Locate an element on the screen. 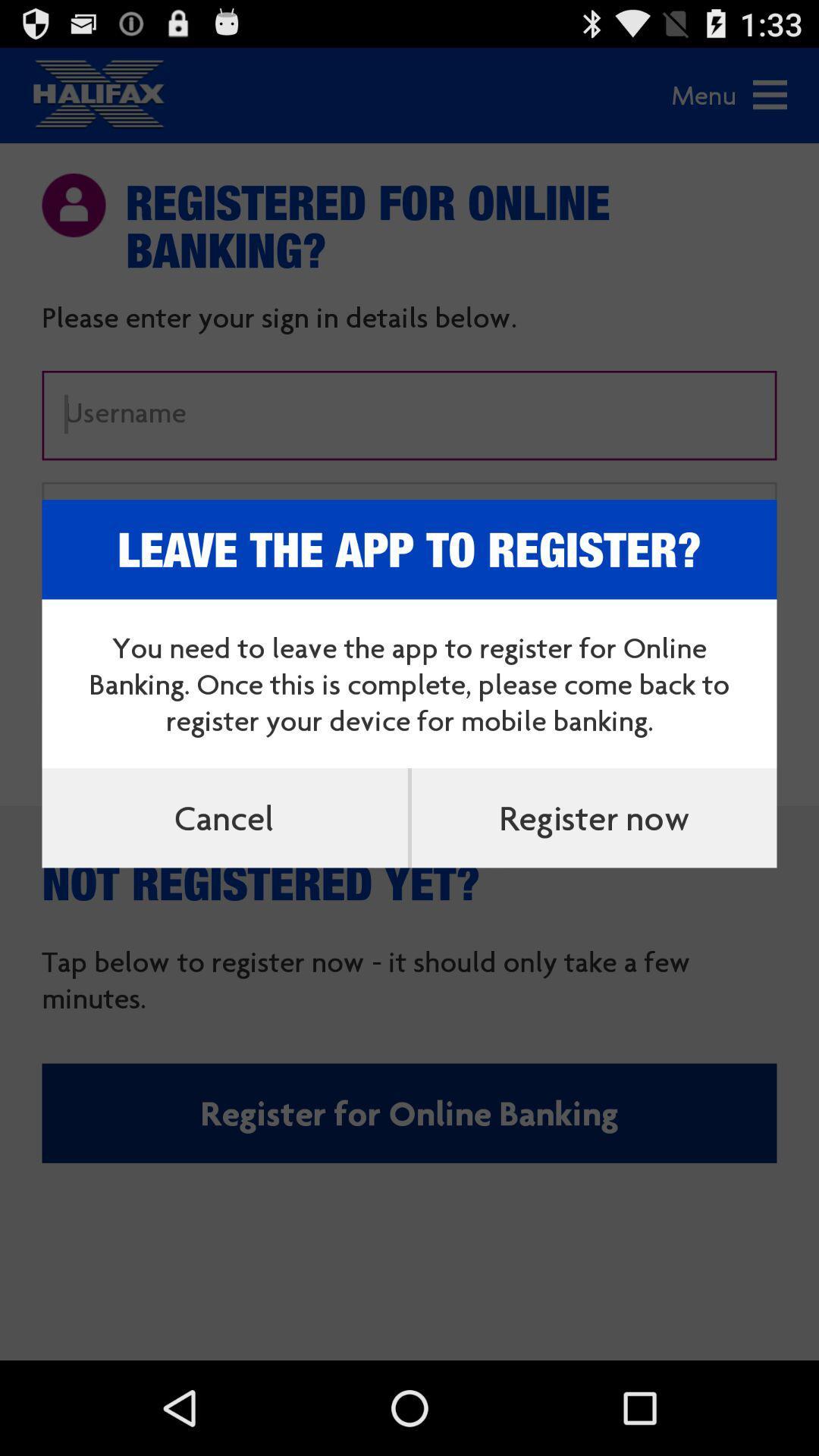  icon below the you need to is located at coordinates (224, 817).